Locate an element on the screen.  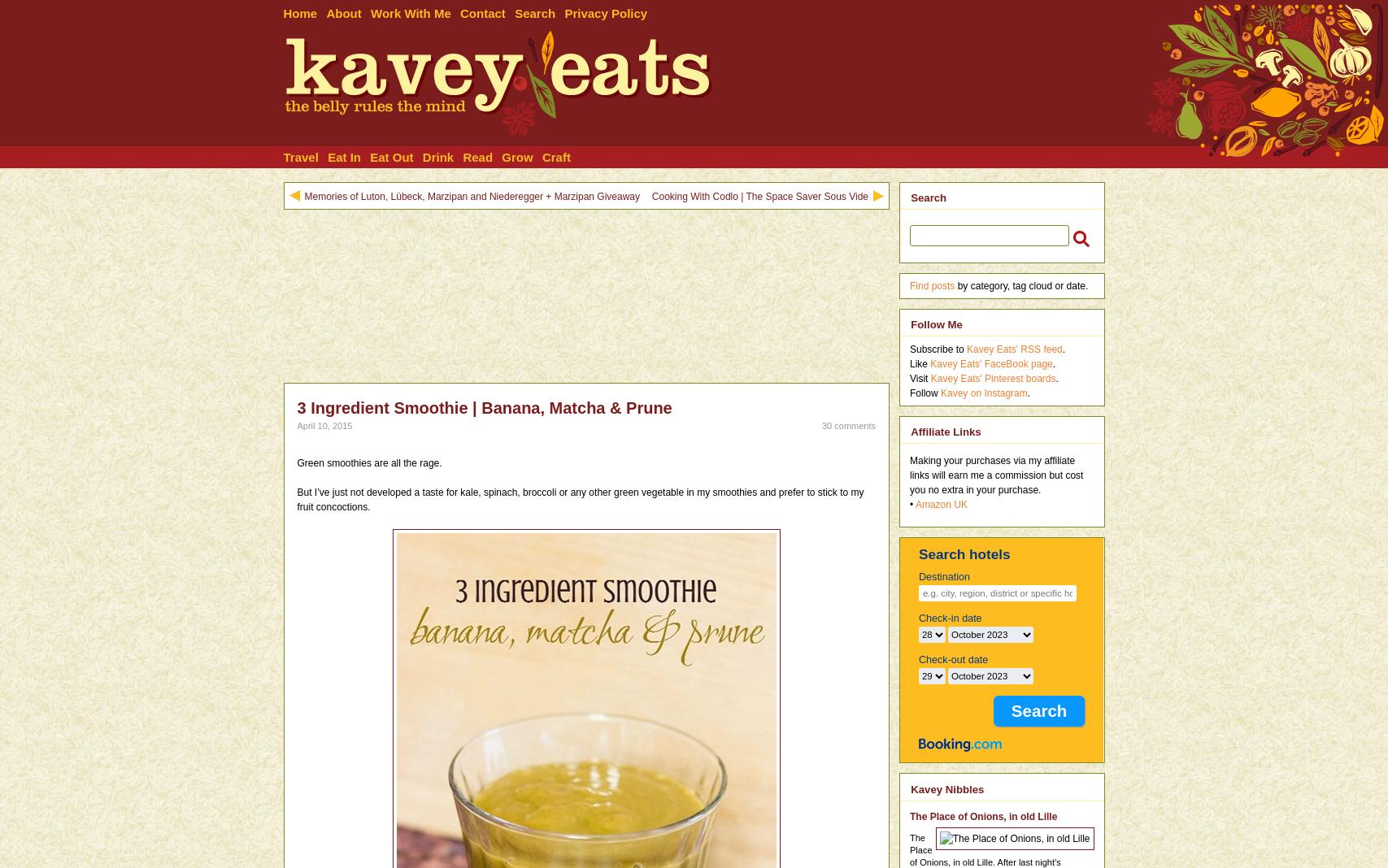
'Home' is located at coordinates (300, 12).